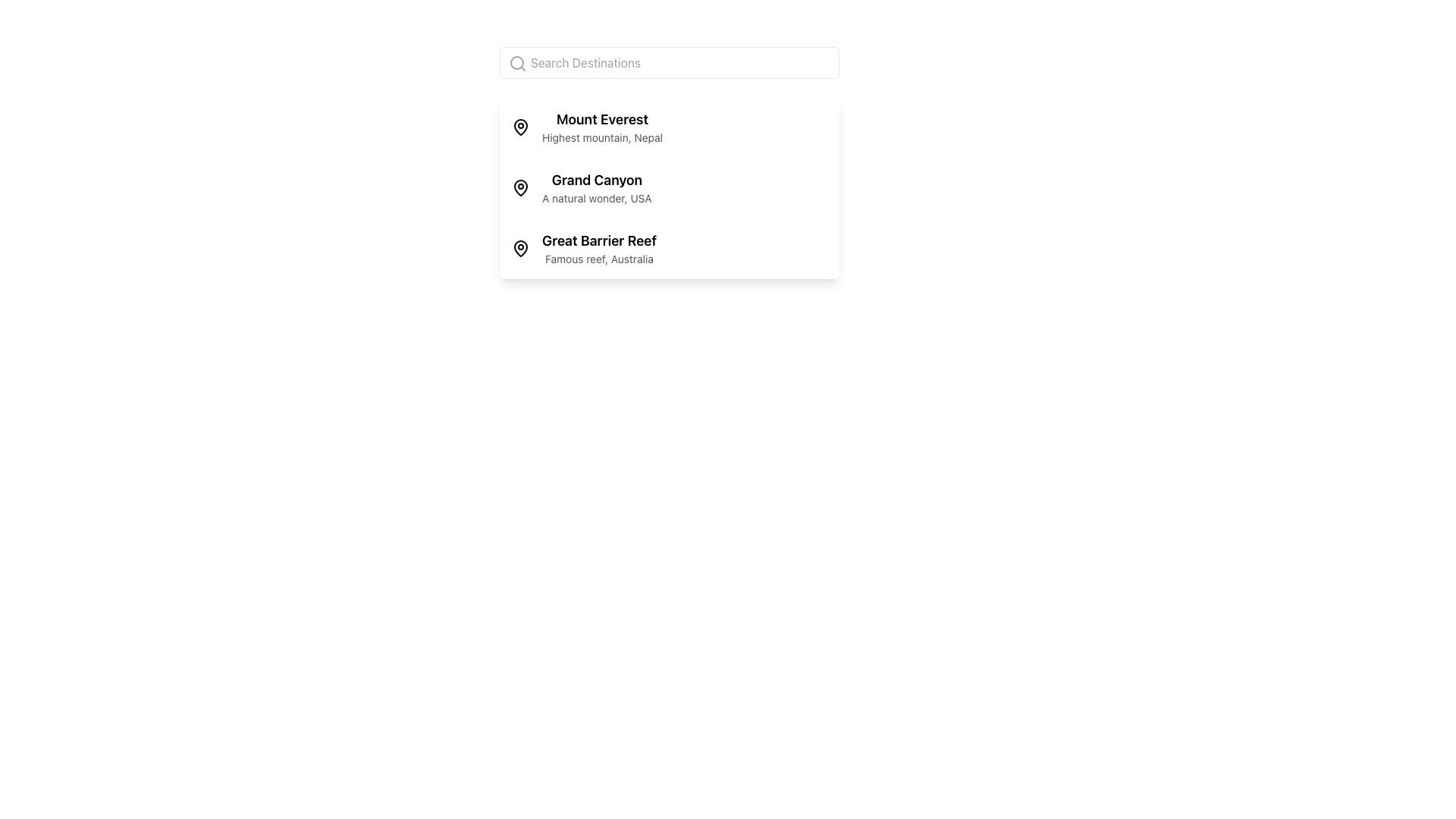 The height and width of the screenshot is (819, 1456). What do you see at coordinates (598, 240) in the screenshot?
I see `the text label displaying 'Great Barrier Reef', which is prominently positioned above the description 'Famous reef, Australia' in the vertical list of destinations` at bounding box center [598, 240].